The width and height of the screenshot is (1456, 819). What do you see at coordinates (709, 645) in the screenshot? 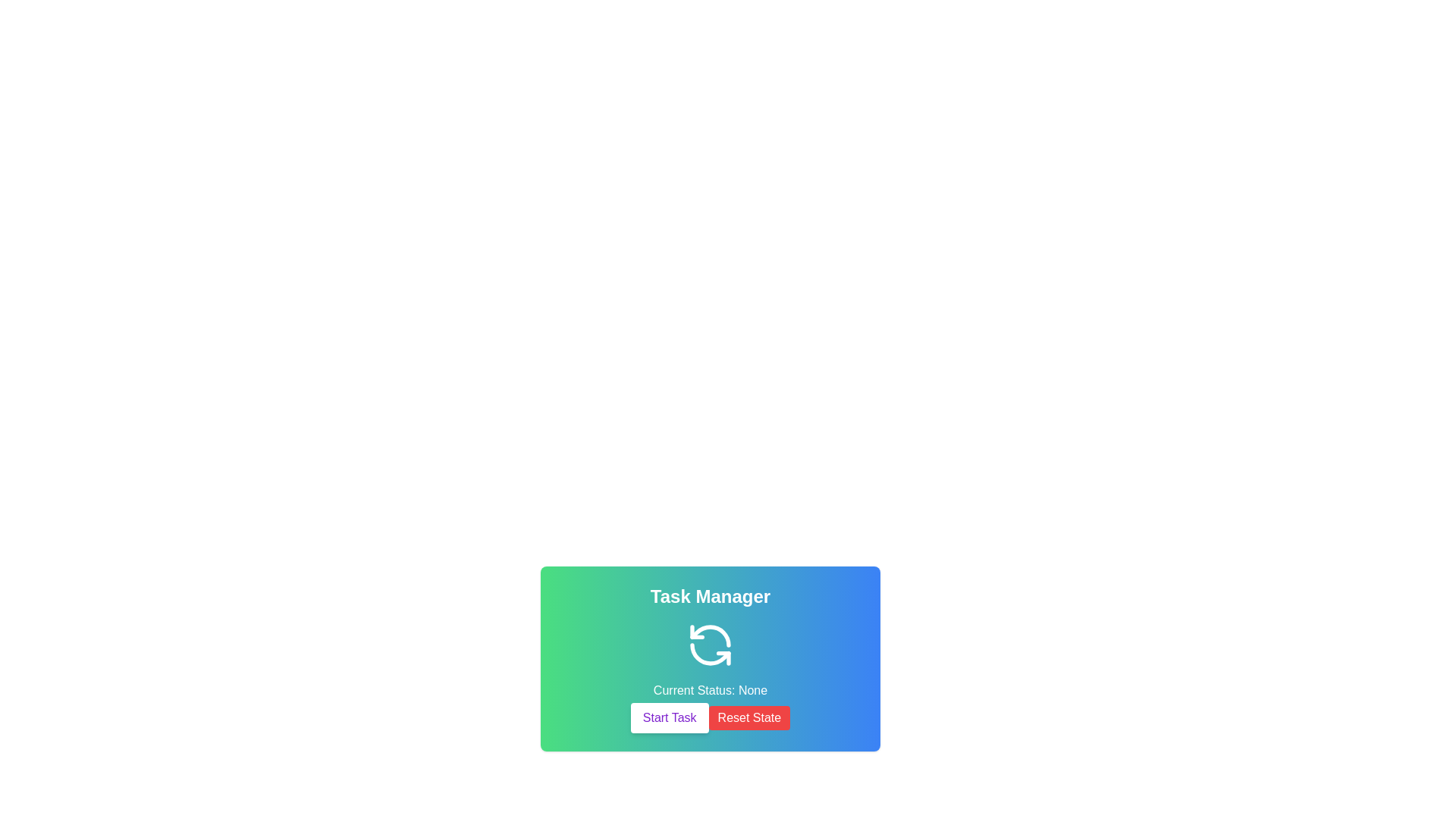
I see `the refresh icon, which is a circular icon with two counterclockwise arrows` at bounding box center [709, 645].